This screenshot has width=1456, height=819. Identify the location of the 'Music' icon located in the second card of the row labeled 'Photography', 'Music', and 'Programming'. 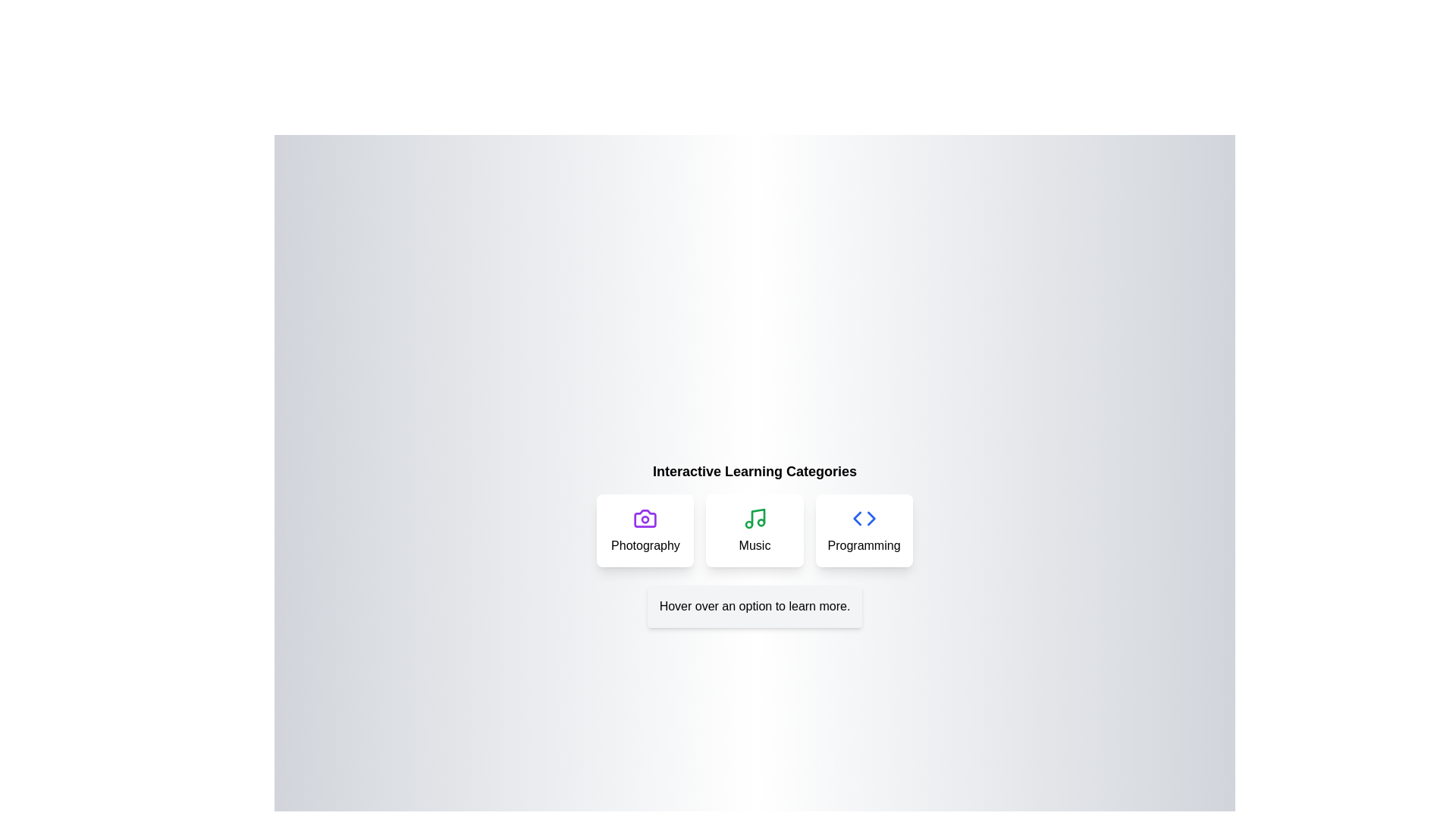
(755, 517).